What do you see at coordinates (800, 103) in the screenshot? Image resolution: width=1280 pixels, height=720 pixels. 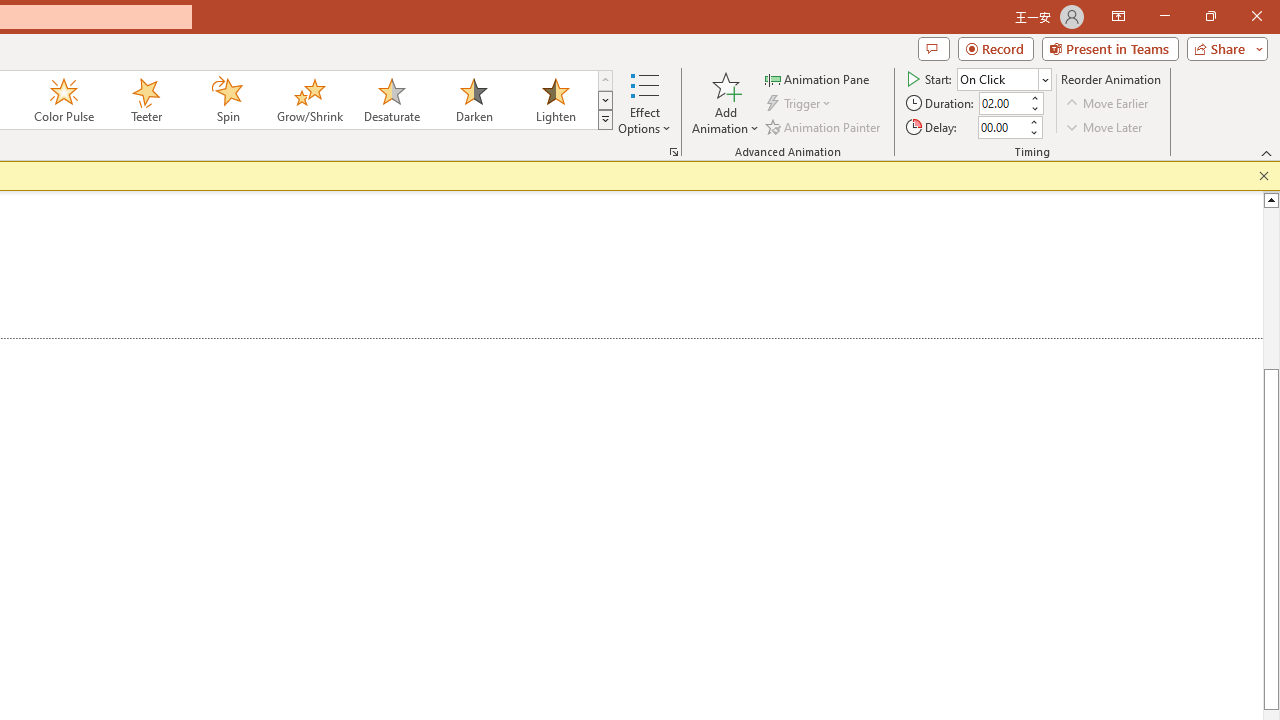 I see `'Trigger'` at bounding box center [800, 103].